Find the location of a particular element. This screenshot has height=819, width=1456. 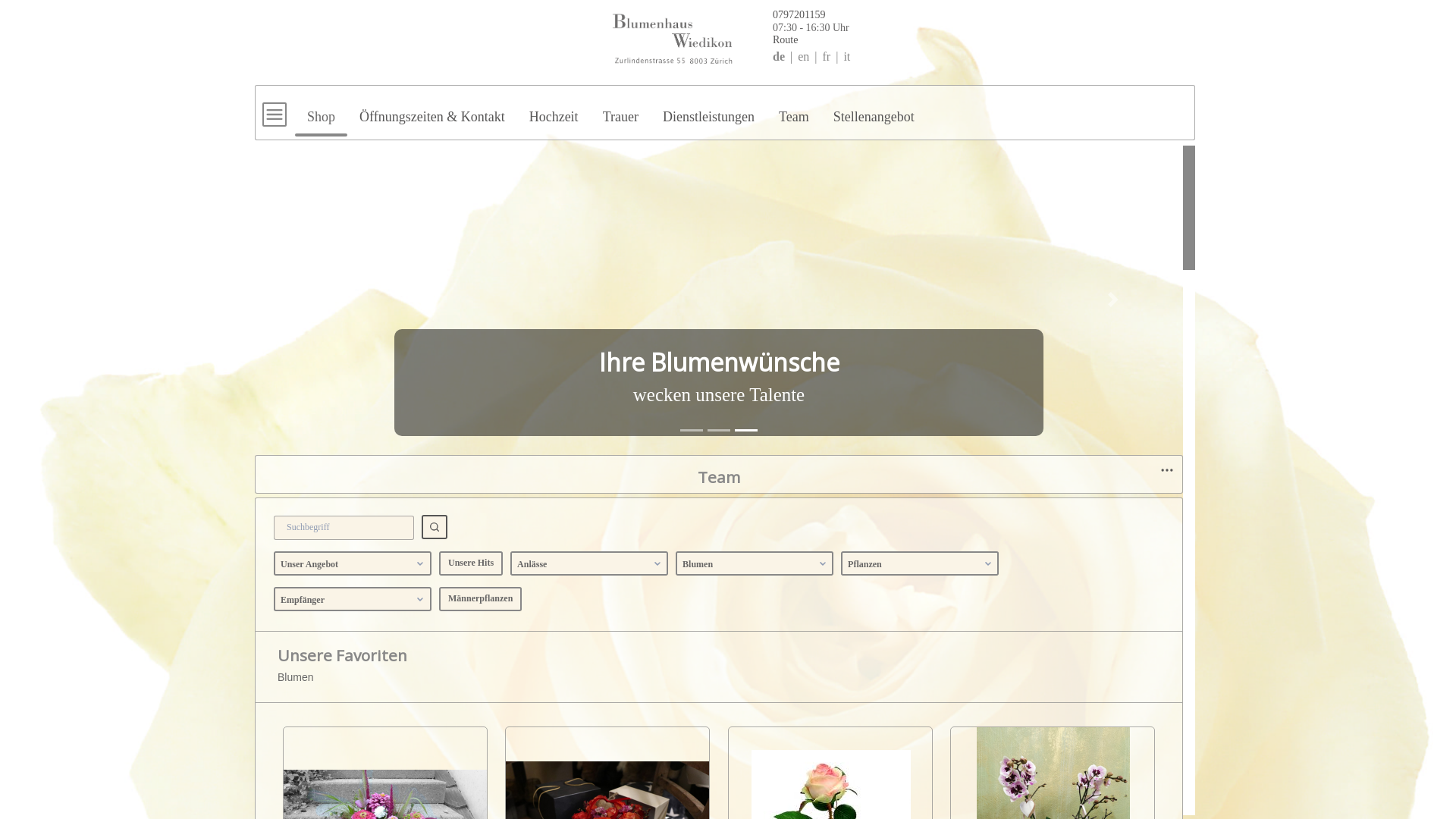

'Shop' is located at coordinates (320, 109).